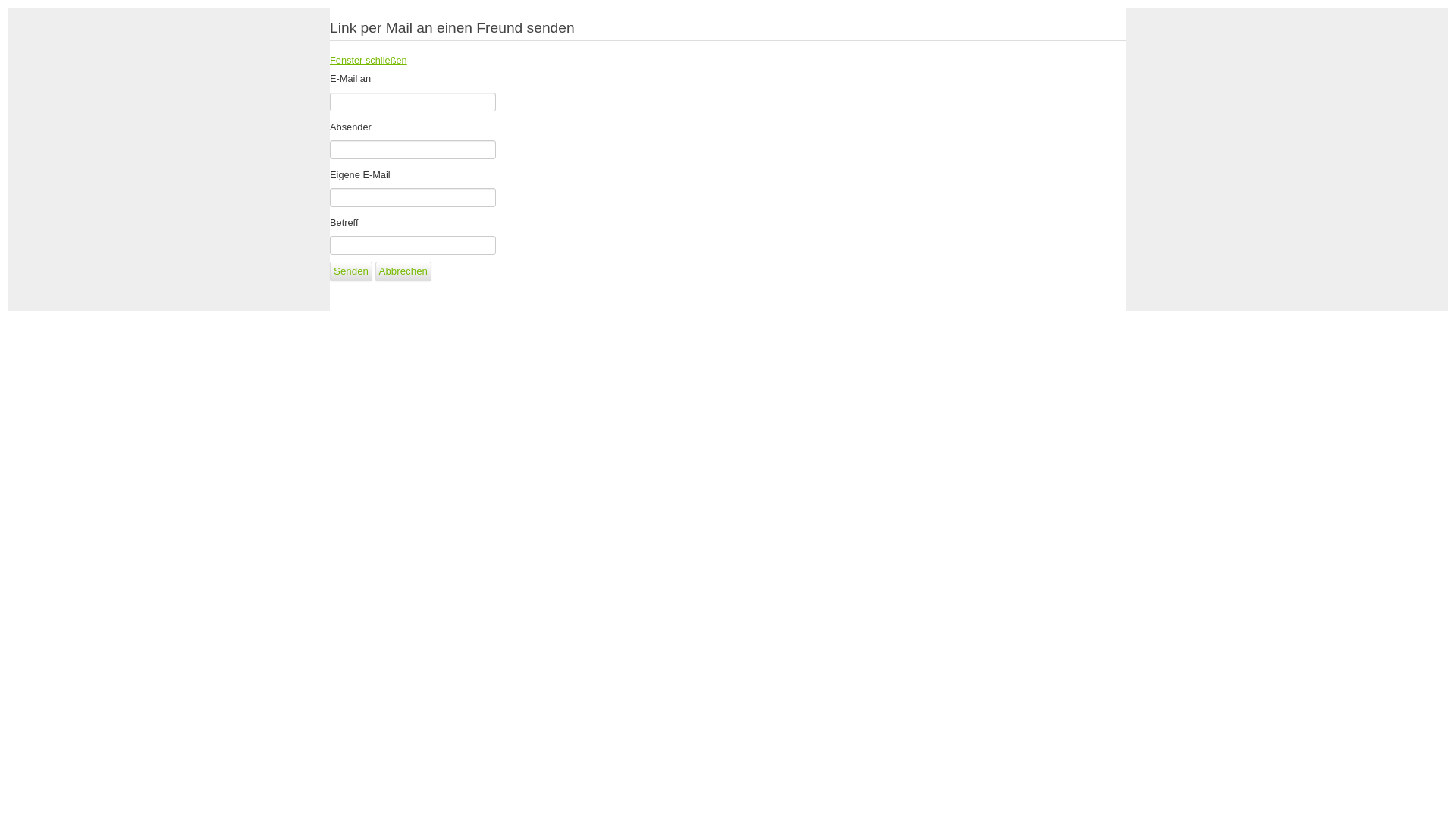  I want to click on 'Abbrechen', so click(403, 271).